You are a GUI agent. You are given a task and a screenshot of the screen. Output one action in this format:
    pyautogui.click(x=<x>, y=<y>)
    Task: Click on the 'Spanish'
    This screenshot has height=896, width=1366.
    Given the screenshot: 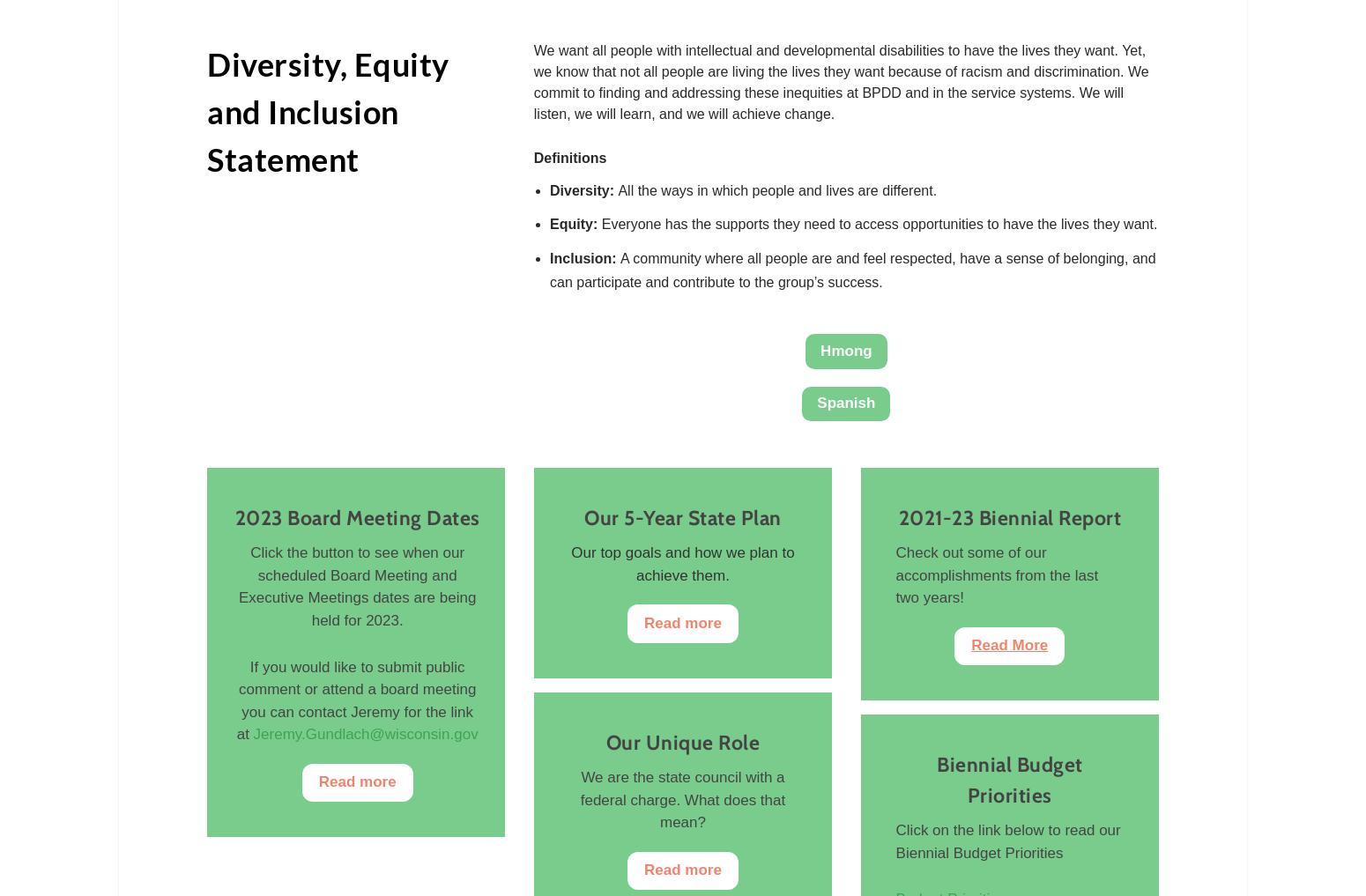 What is the action you would take?
    pyautogui.click(x=845, y=401)
    